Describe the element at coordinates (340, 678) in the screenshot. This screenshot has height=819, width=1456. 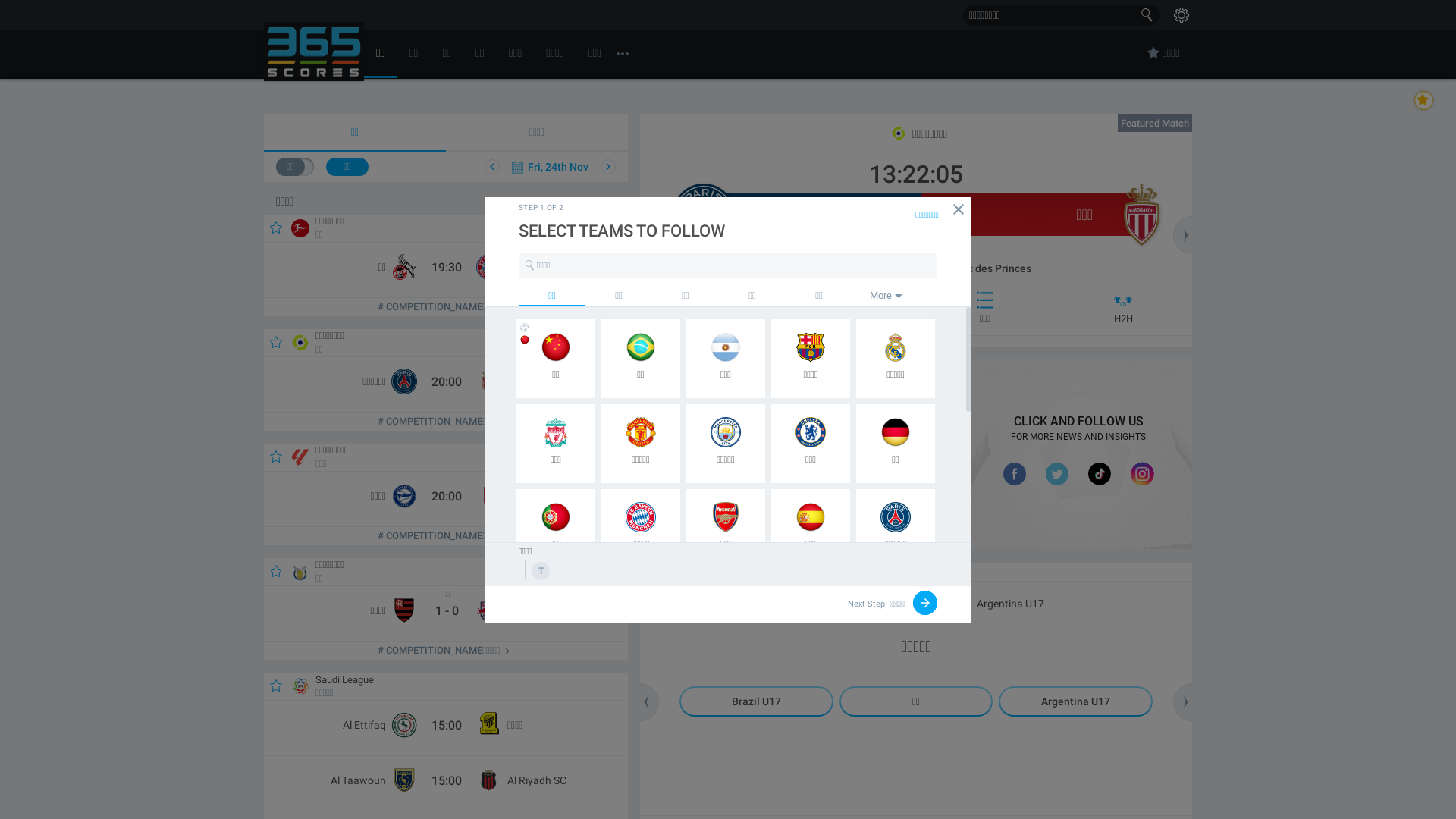
I see `'Saudi League'` at that location.